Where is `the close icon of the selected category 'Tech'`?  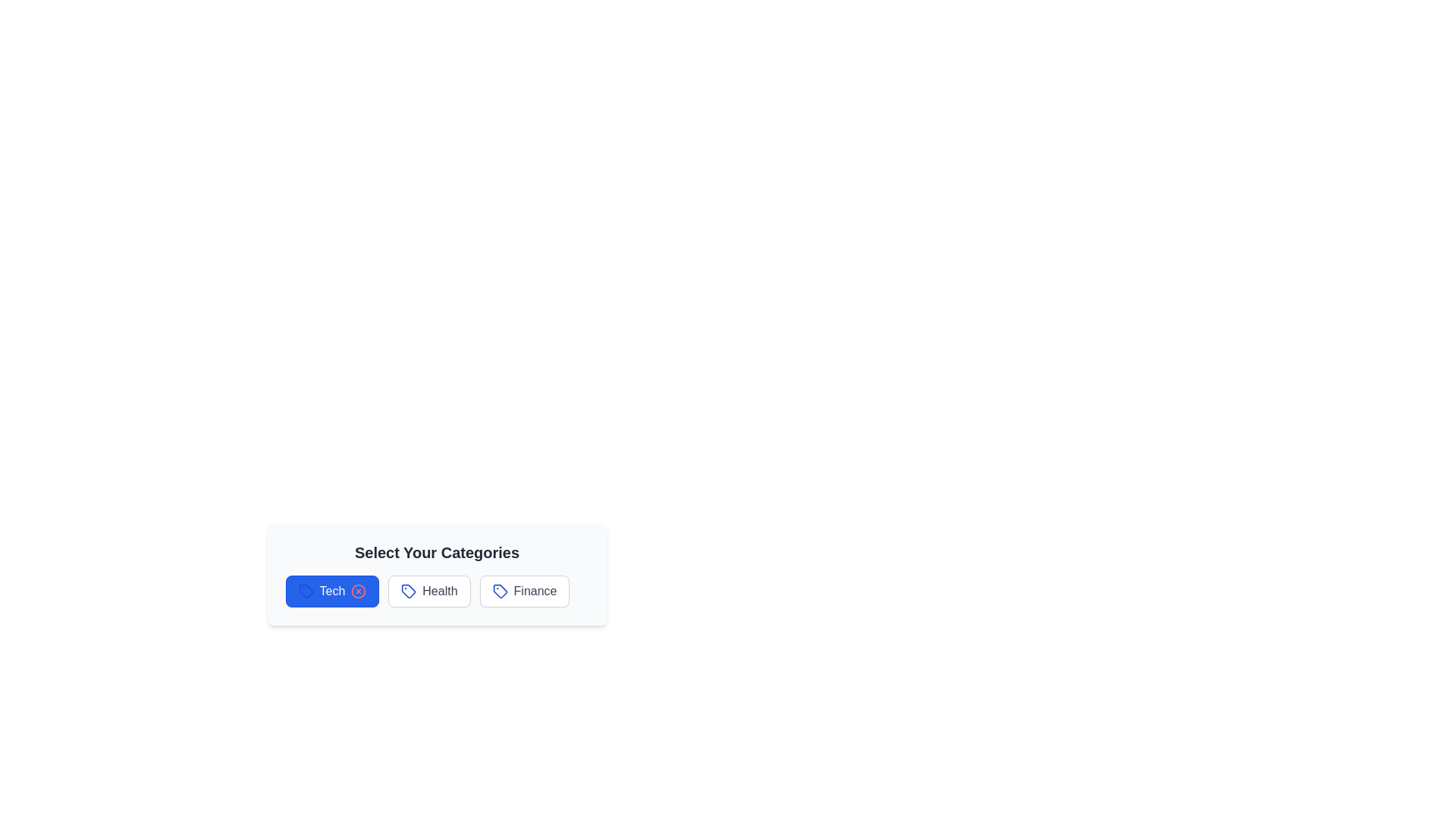 the close icon of the selected category 'Tech' is located at coordinates (358, 590).